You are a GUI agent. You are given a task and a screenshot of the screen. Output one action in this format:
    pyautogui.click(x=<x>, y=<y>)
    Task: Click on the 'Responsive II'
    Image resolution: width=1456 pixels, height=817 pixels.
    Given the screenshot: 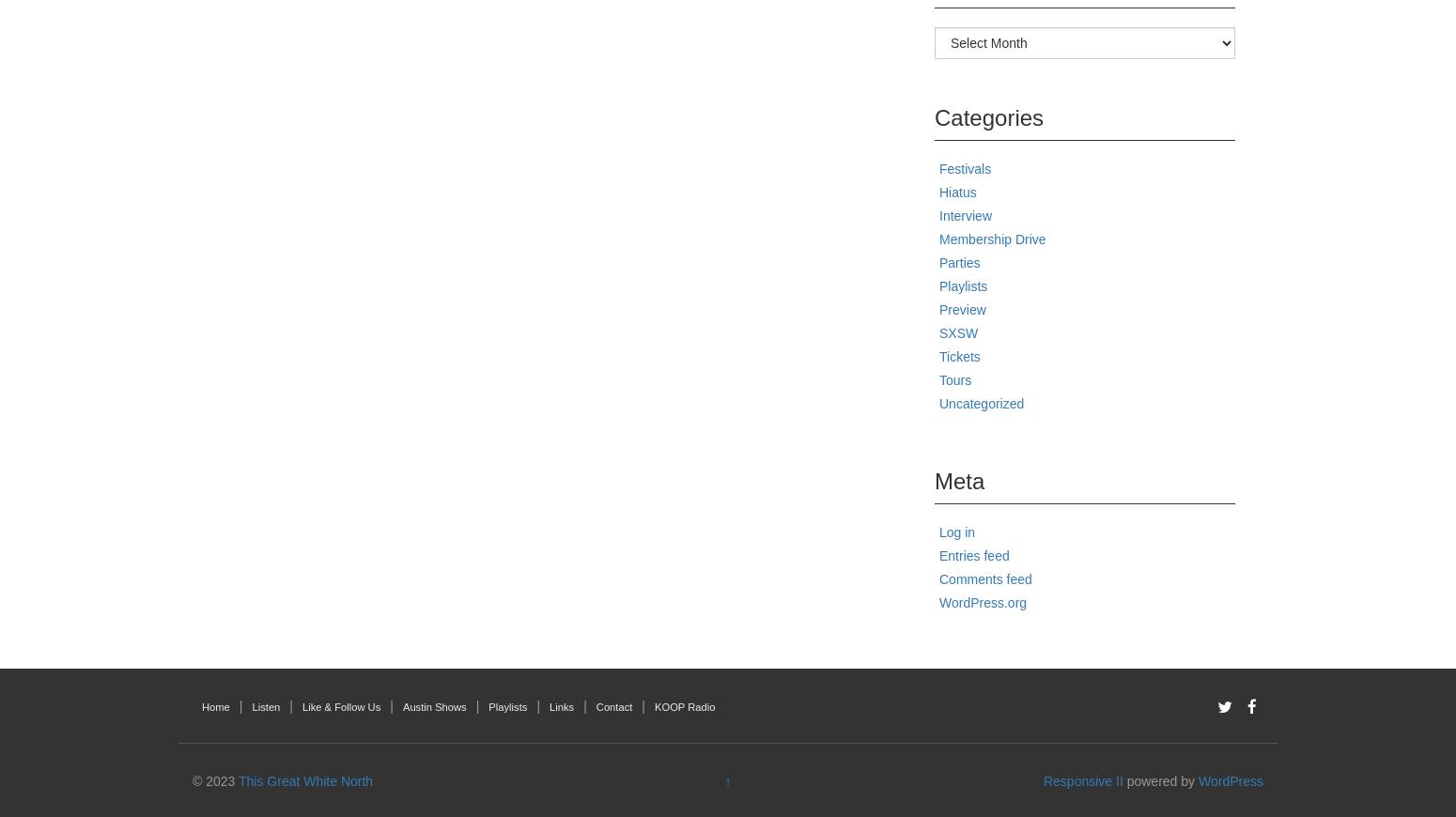 What is the action you would take?
    pyautogui.click(x=1081, y=780)
    